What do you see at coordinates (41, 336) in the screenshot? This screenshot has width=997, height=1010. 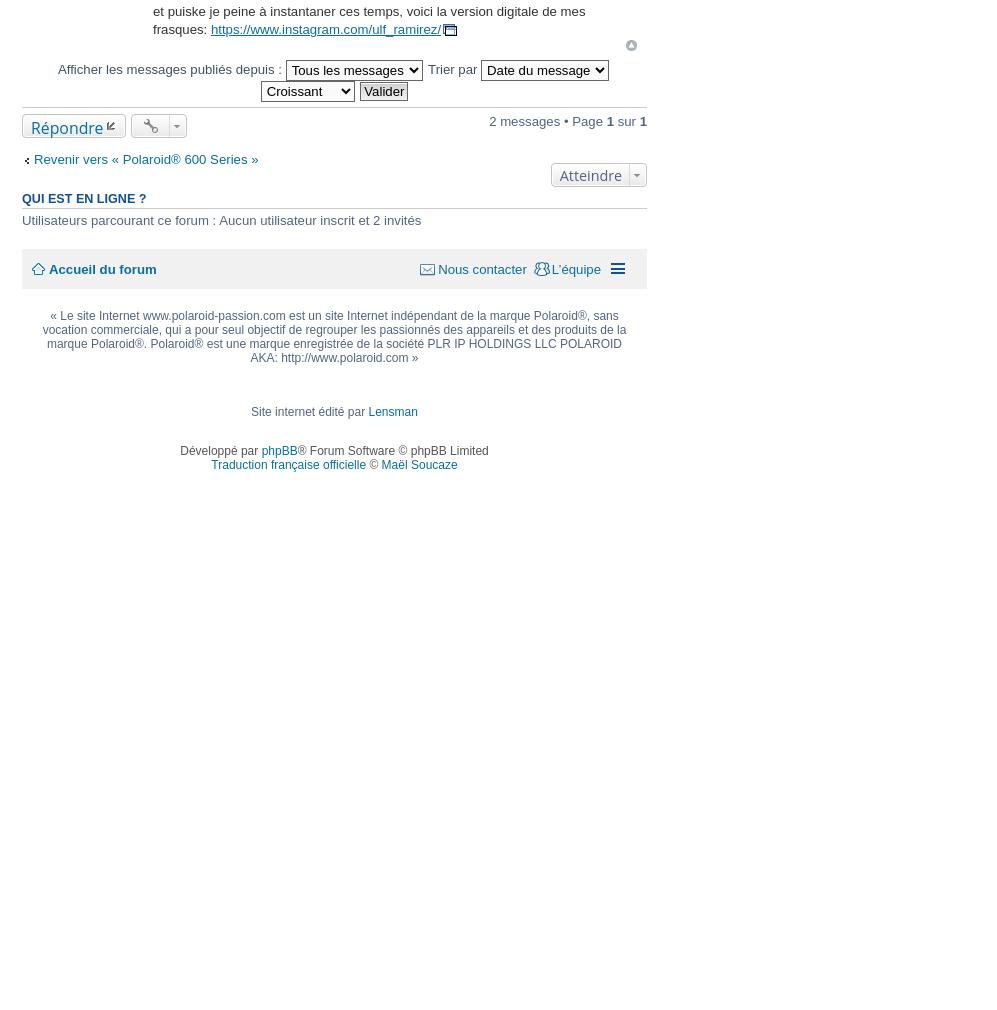 I see `'« Le site Internet www.polaroid-passion.com est un site Internet indépendant de la marque Polaroid®, sans vocation commerciale, qui a pour seul objectif de regrouper les passionnés des appareils et des produits de la marque Polaroid®. Polaroid® est une marque enregistrée de la société   PLR IP HOLDINGS LLC POLAROID AKA: http://www.polaroid.com »'` at bounding box center [41, 336].